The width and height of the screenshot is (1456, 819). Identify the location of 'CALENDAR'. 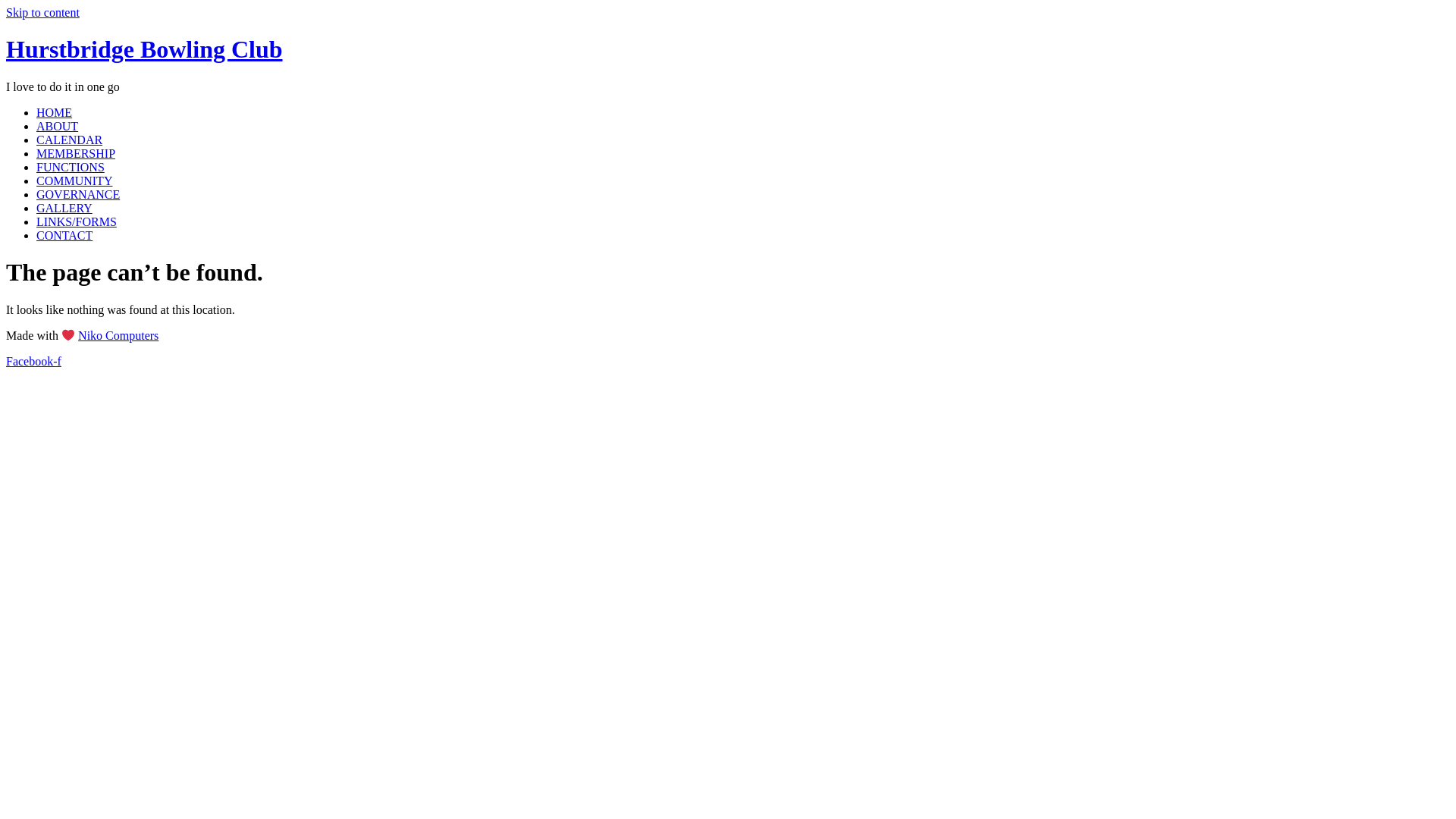
(68, 140).